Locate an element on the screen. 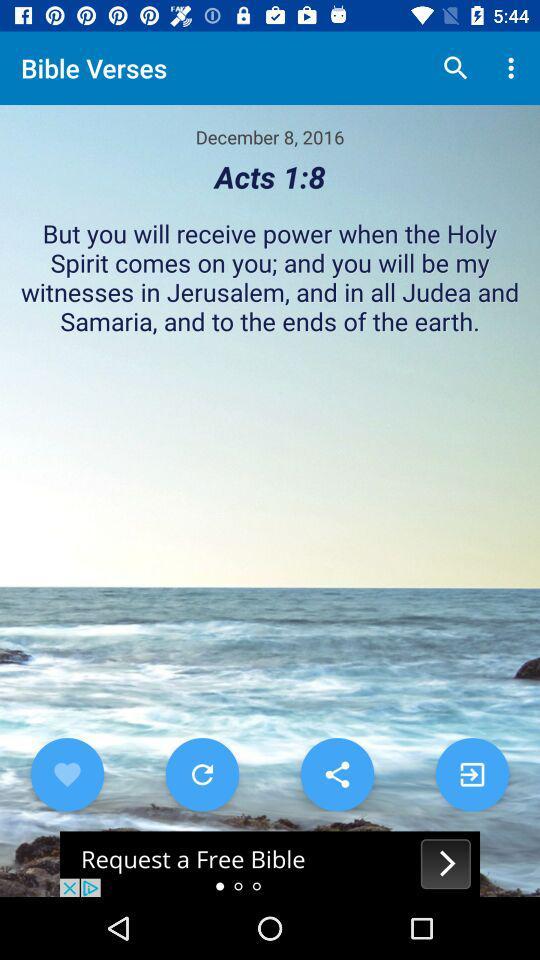 The image size is (540, 960). favorite is located at coordinates (67, 773).